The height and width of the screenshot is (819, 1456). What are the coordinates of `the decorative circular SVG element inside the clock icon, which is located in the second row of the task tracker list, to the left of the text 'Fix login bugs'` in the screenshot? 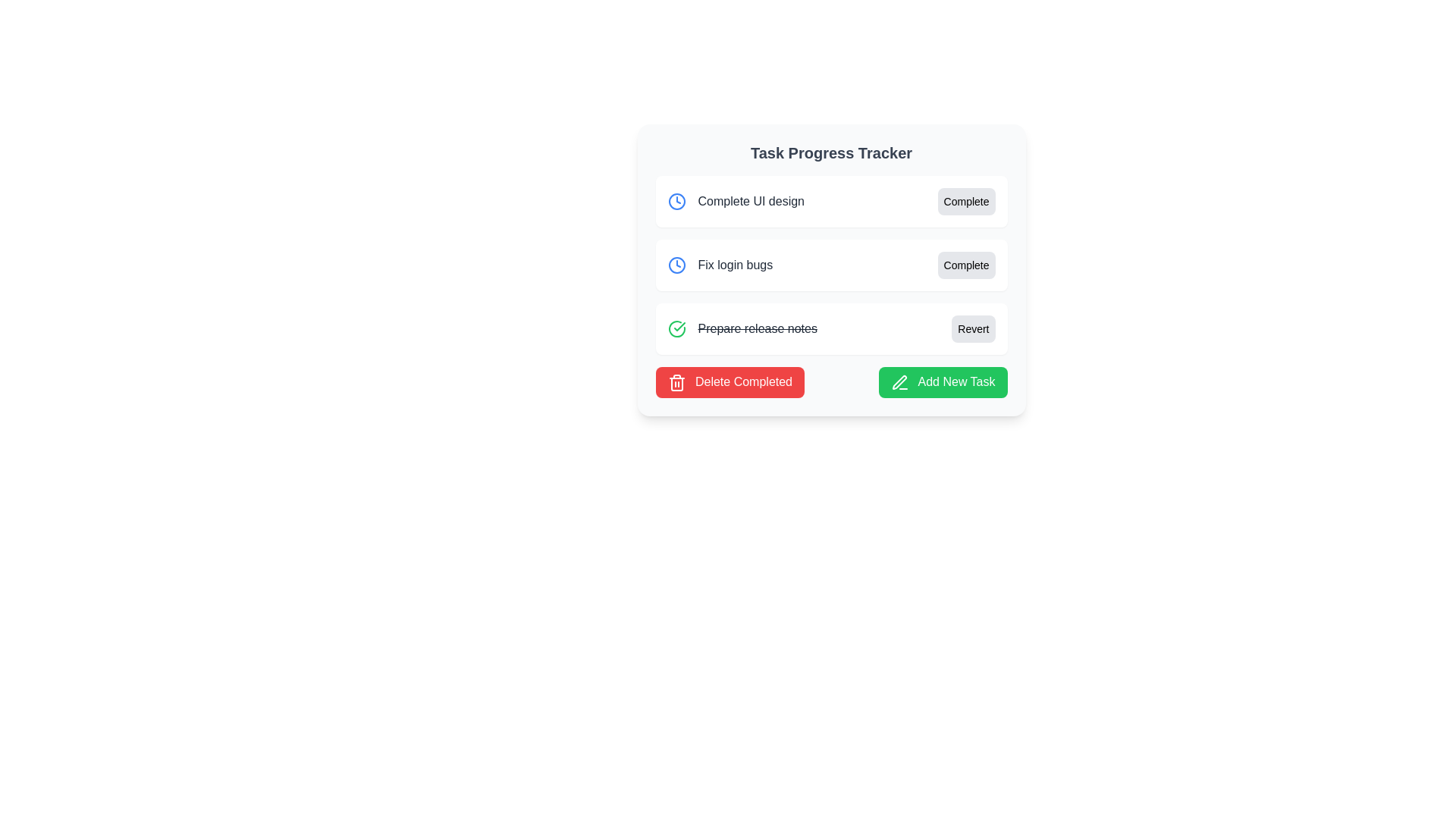 It's located at (676, 201).